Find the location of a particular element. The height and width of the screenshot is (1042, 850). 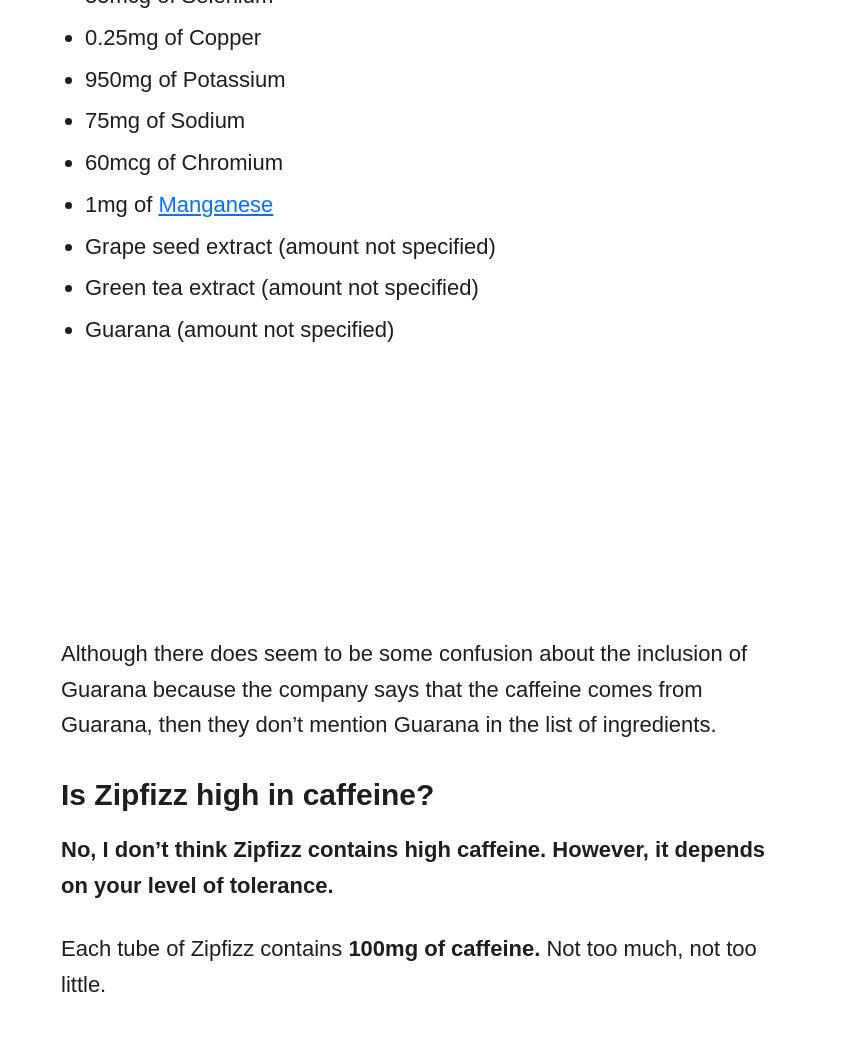

'Although there does seem to be some confusion about the inclusion of Guarana because the company says that the caffeine comes from Guarana, then they don’t mention Guarana in the list of ingredients.' is located at coordinates (61, 688).